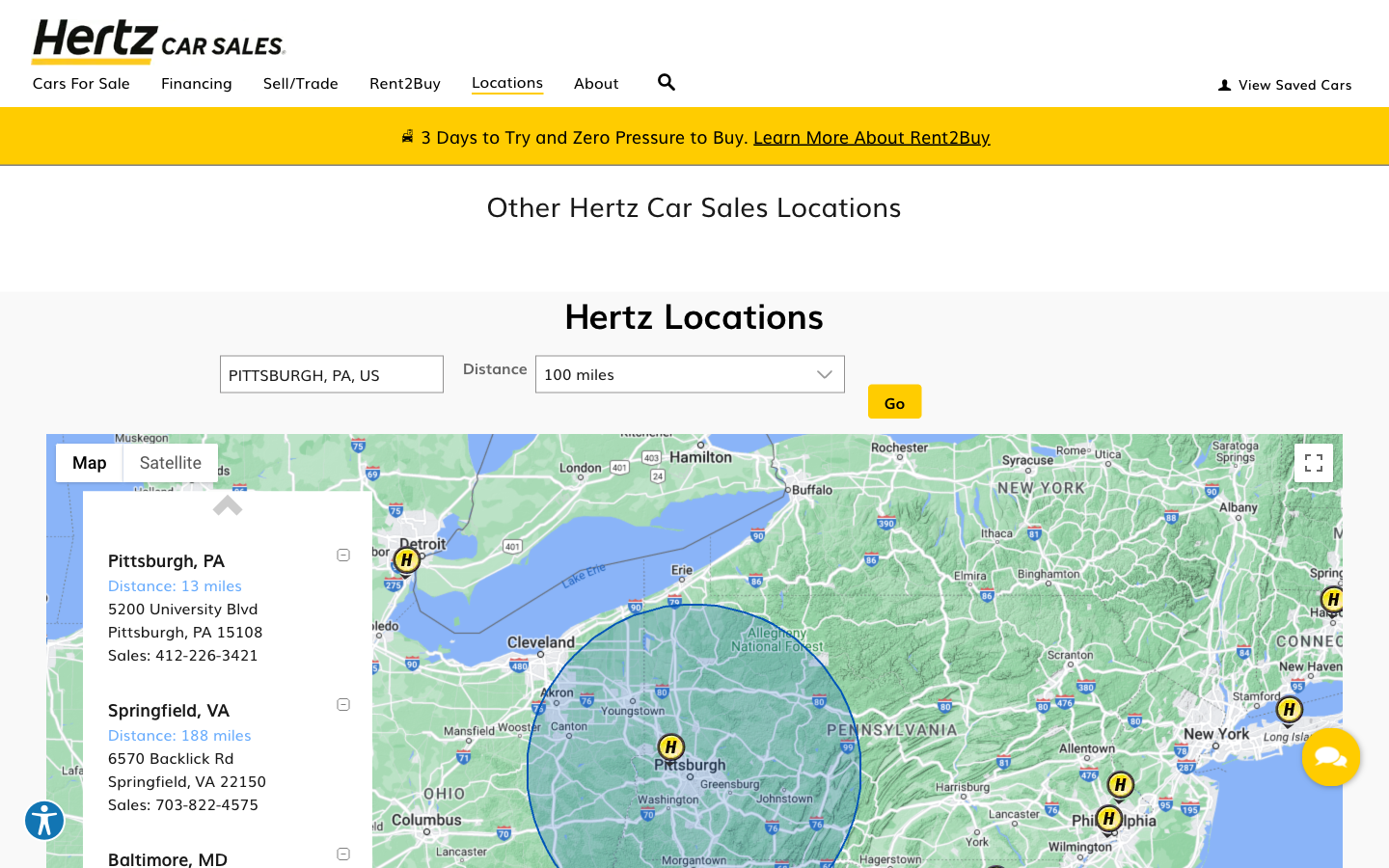 This screenshot has width=1389, height=868. Describe the element at coordinates (667, 75) in the screenshot. I see `Locate the nearby used car dealerships using a search engine` at that location.